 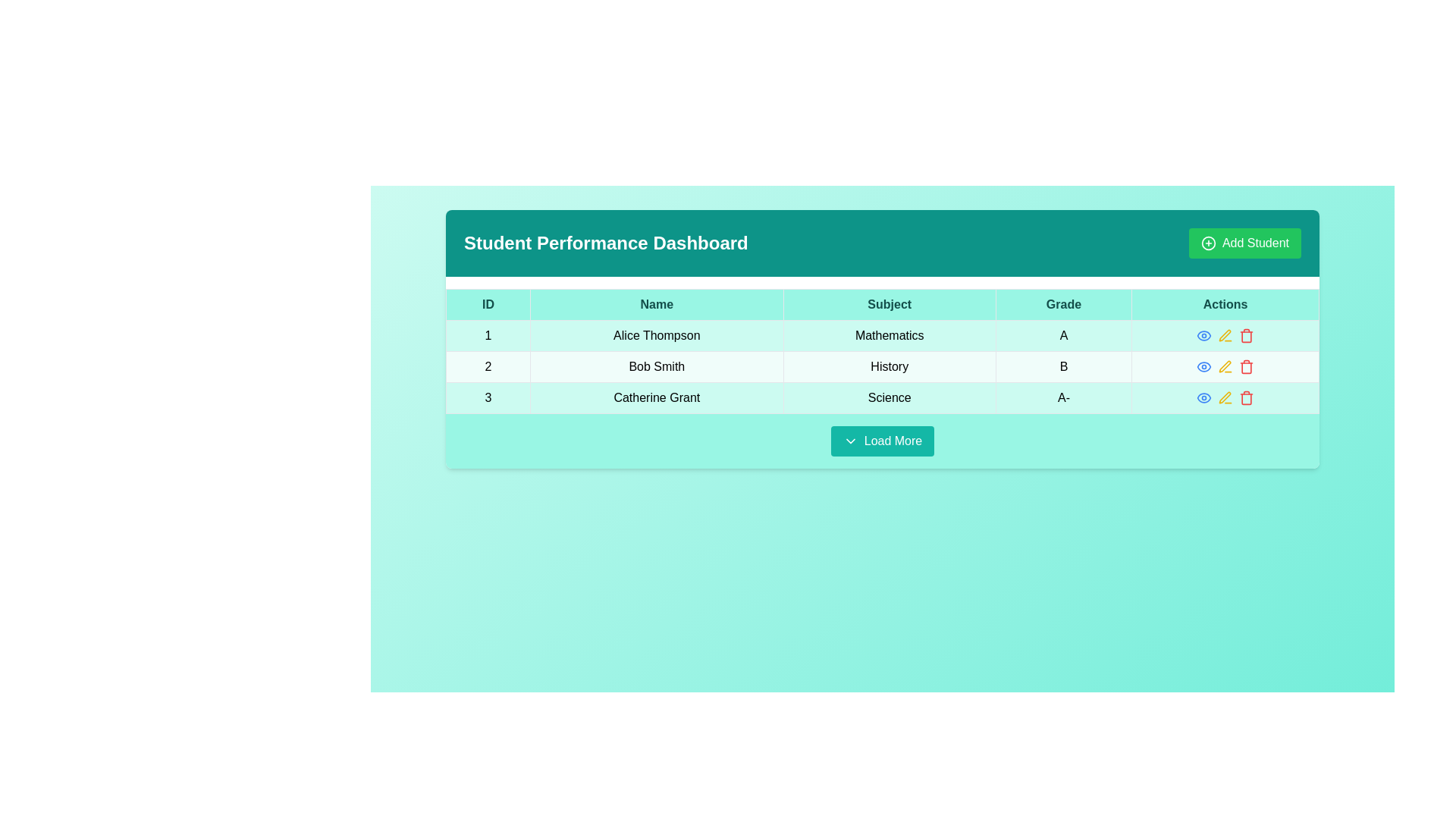 I want to click on the text label displaying 'Science' in the Subject column associated with 'Catherine Grant' in the third row of the table, so click(x=890, y=397).